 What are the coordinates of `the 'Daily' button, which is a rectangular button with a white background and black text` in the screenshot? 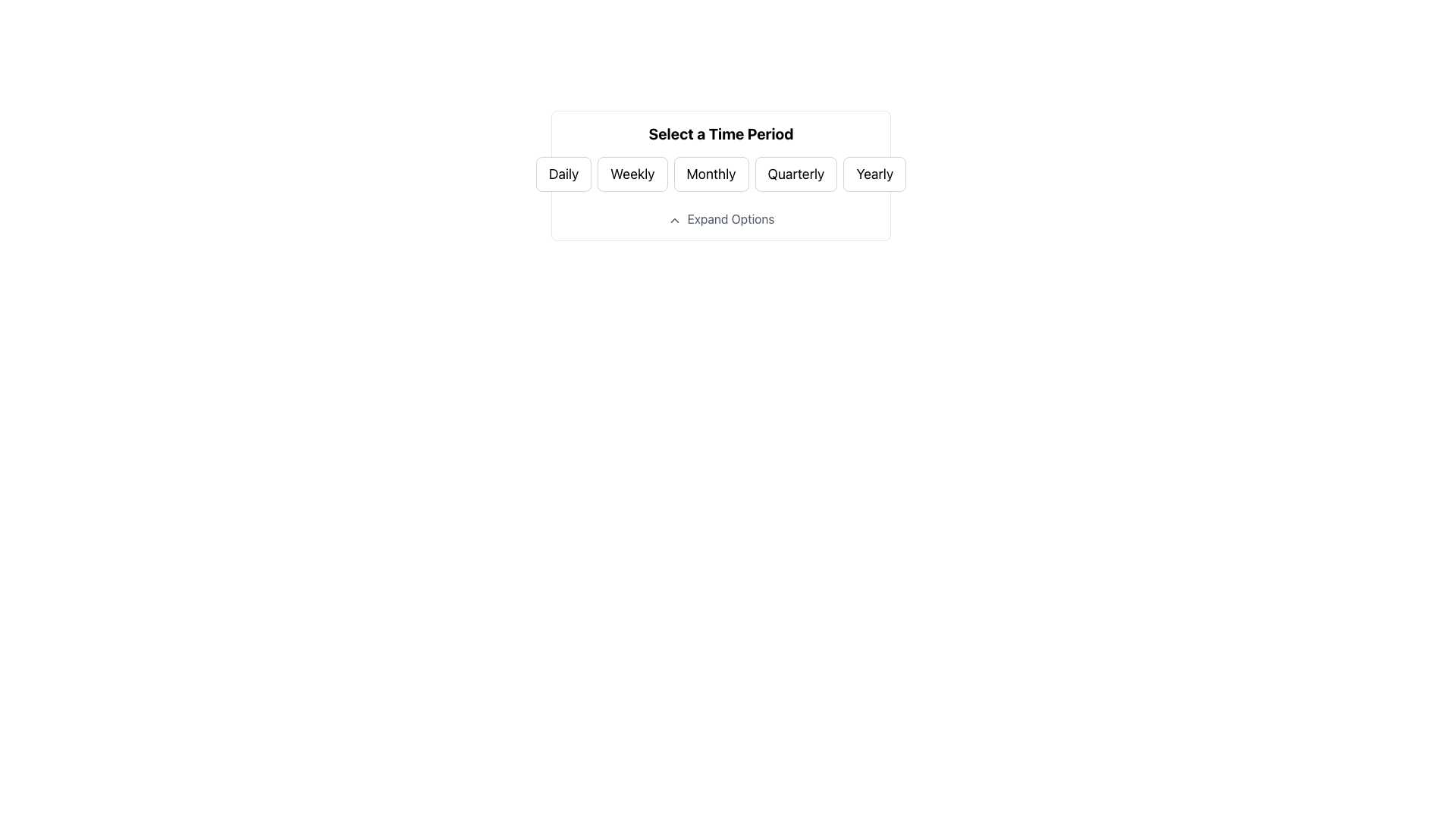 It's located at (563, 174).